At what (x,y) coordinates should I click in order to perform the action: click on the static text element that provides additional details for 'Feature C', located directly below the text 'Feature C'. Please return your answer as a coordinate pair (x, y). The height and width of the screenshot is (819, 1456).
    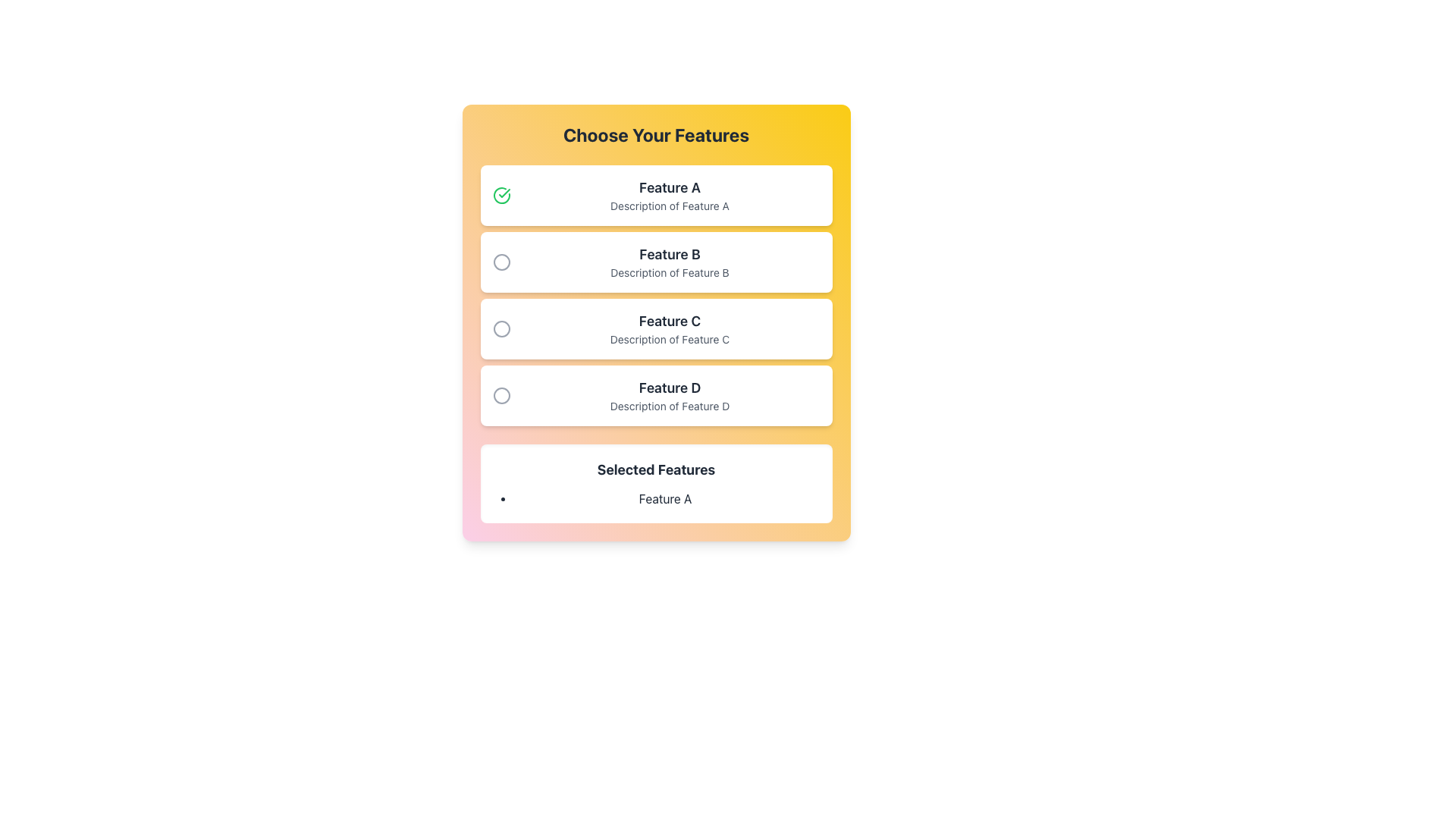
    Looking at the image, I should click on (669, 338).